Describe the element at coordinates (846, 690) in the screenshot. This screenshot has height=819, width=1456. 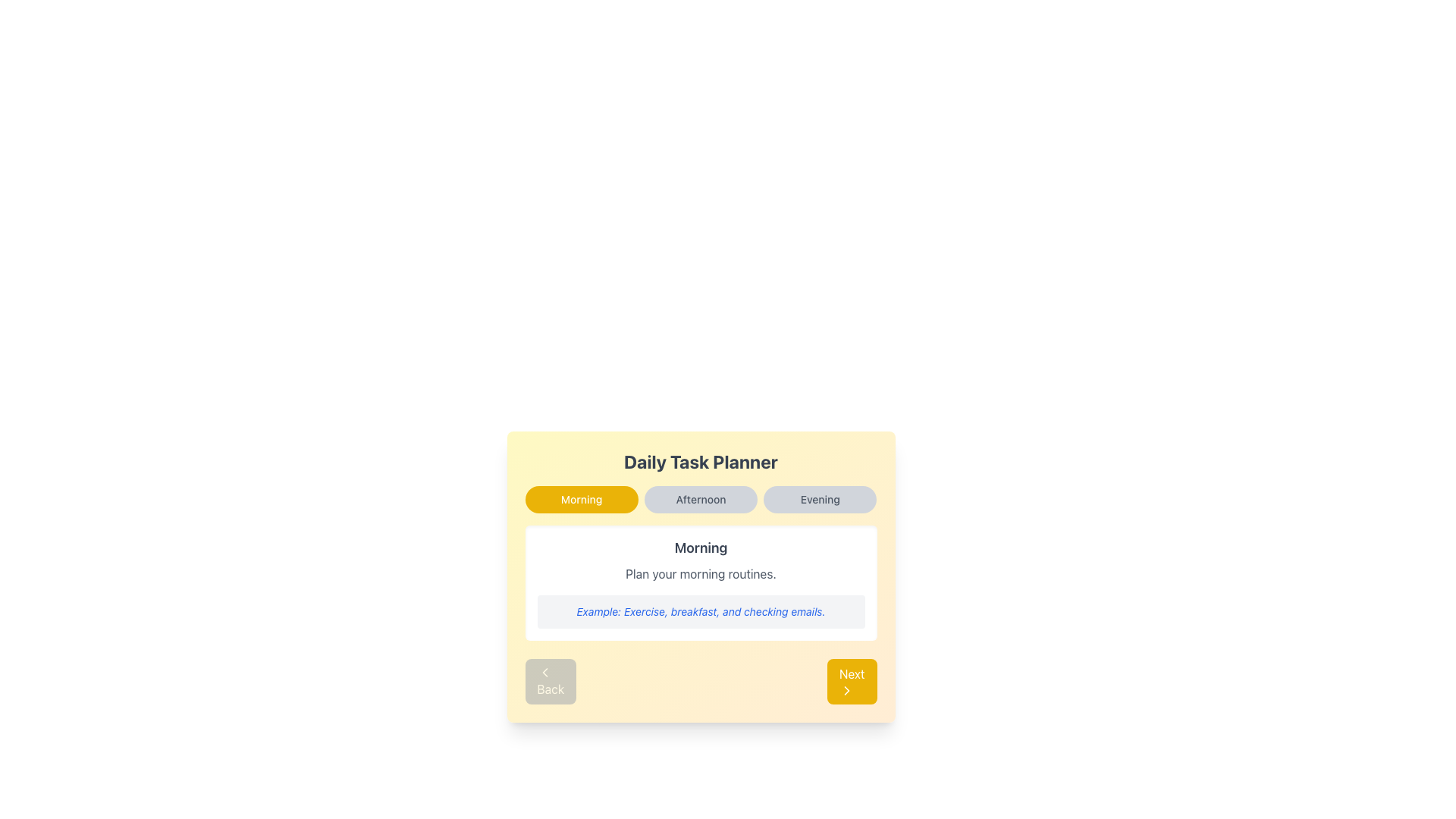
I see `the chevron icon within the 'Next' button at the bottom-right corner of the application, which signifies progression in navigation` at that location.